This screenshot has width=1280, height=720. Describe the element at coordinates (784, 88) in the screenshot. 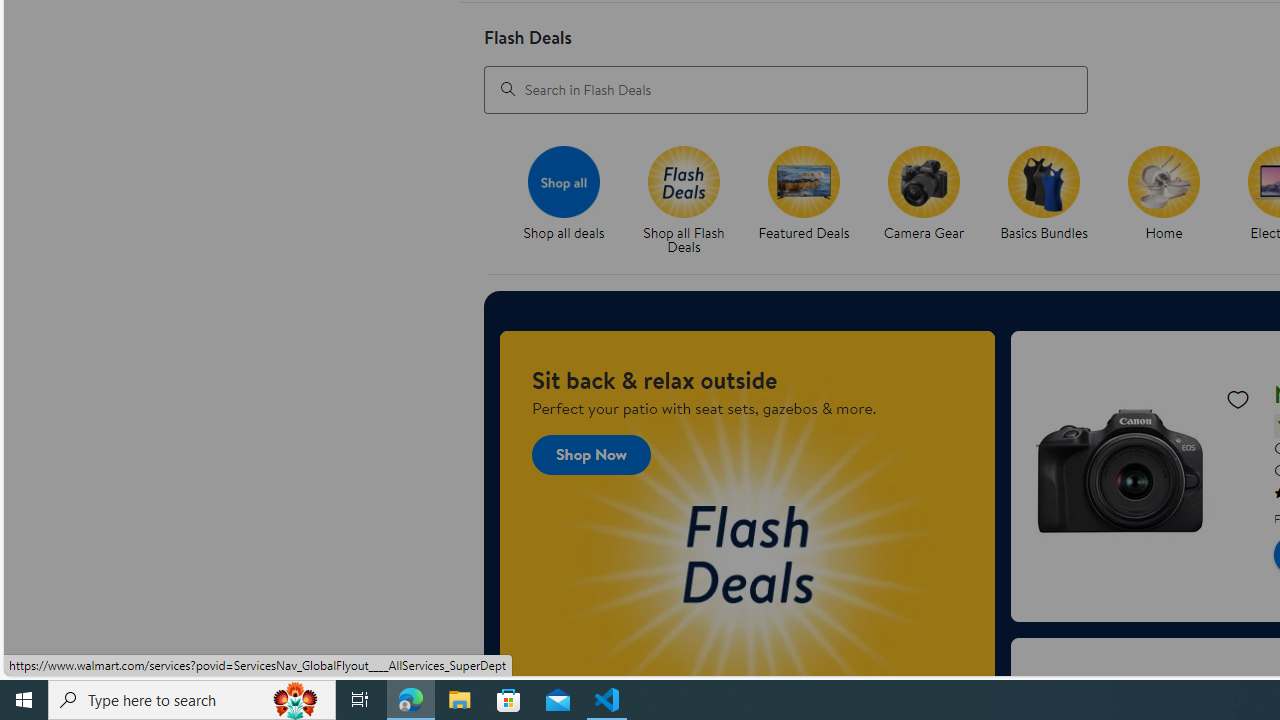

I see `'Search in Flash Deals'` at that location.